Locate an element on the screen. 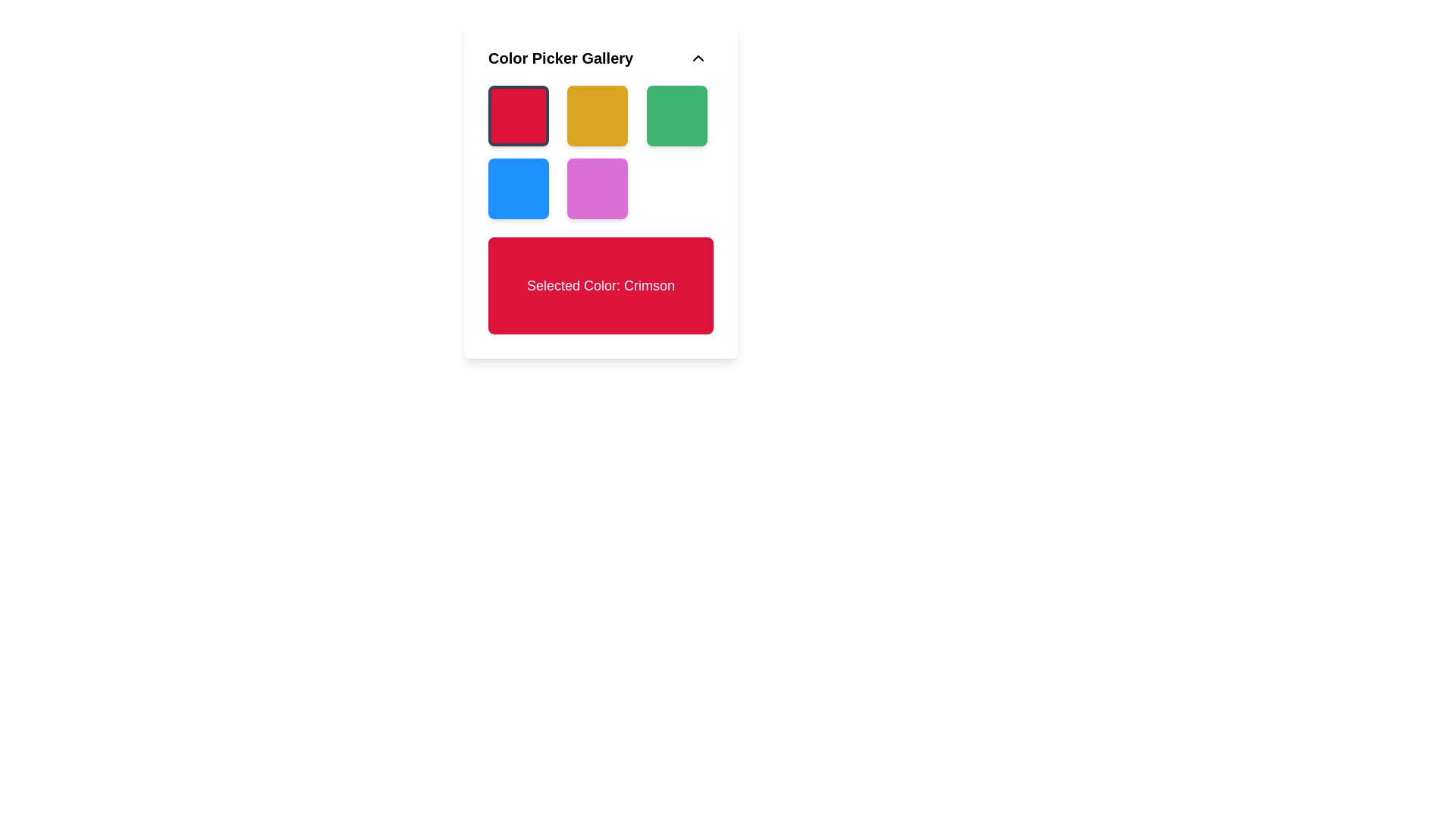  the upward-pointing chevron icon located in the top-right corner of the 'Color Picker Gallery' card is located at coordinates (698, 58).